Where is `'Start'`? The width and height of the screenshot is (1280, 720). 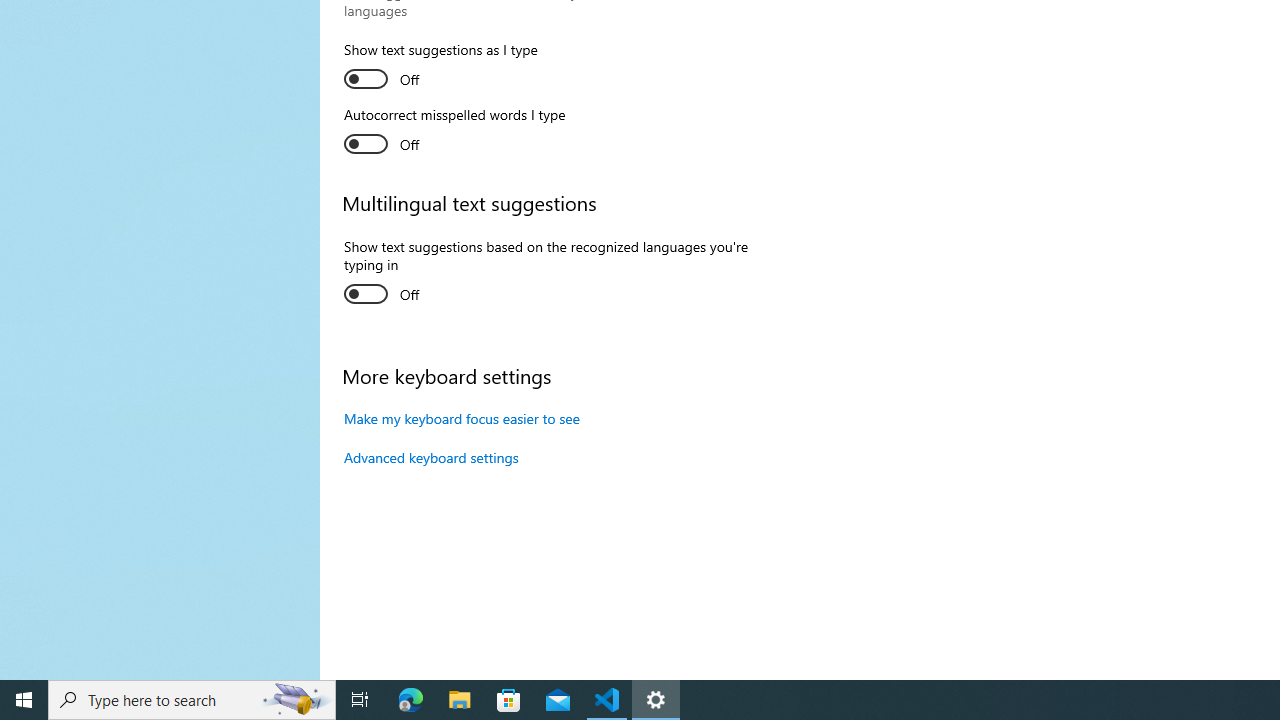
'Start' is located at coordinates (24, 698).